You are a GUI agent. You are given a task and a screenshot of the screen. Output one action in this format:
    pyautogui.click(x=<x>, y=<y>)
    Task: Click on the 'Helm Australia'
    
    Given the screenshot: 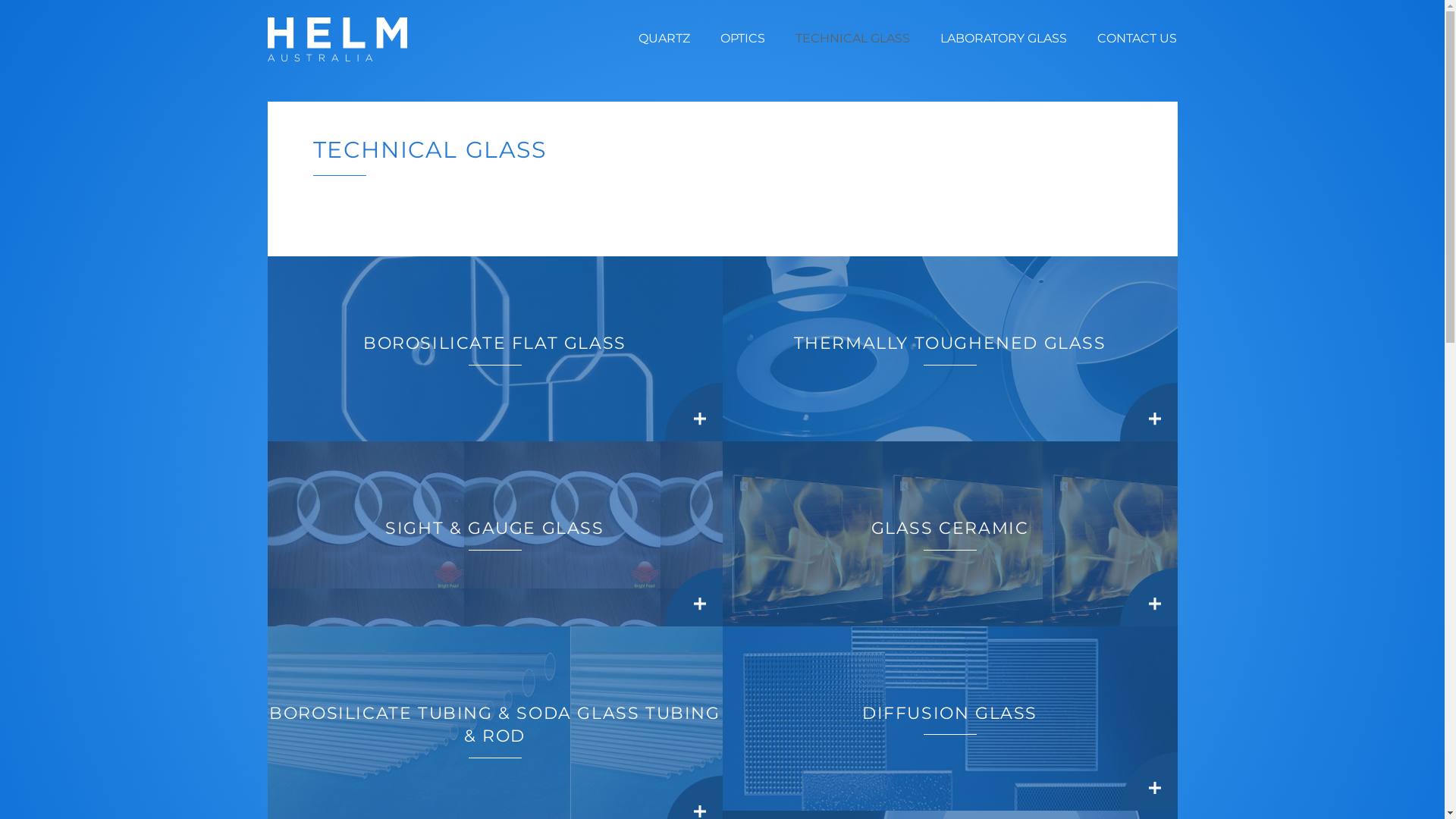 What is the action you would take?
    pyautogui.click(x=336, y=38)
    